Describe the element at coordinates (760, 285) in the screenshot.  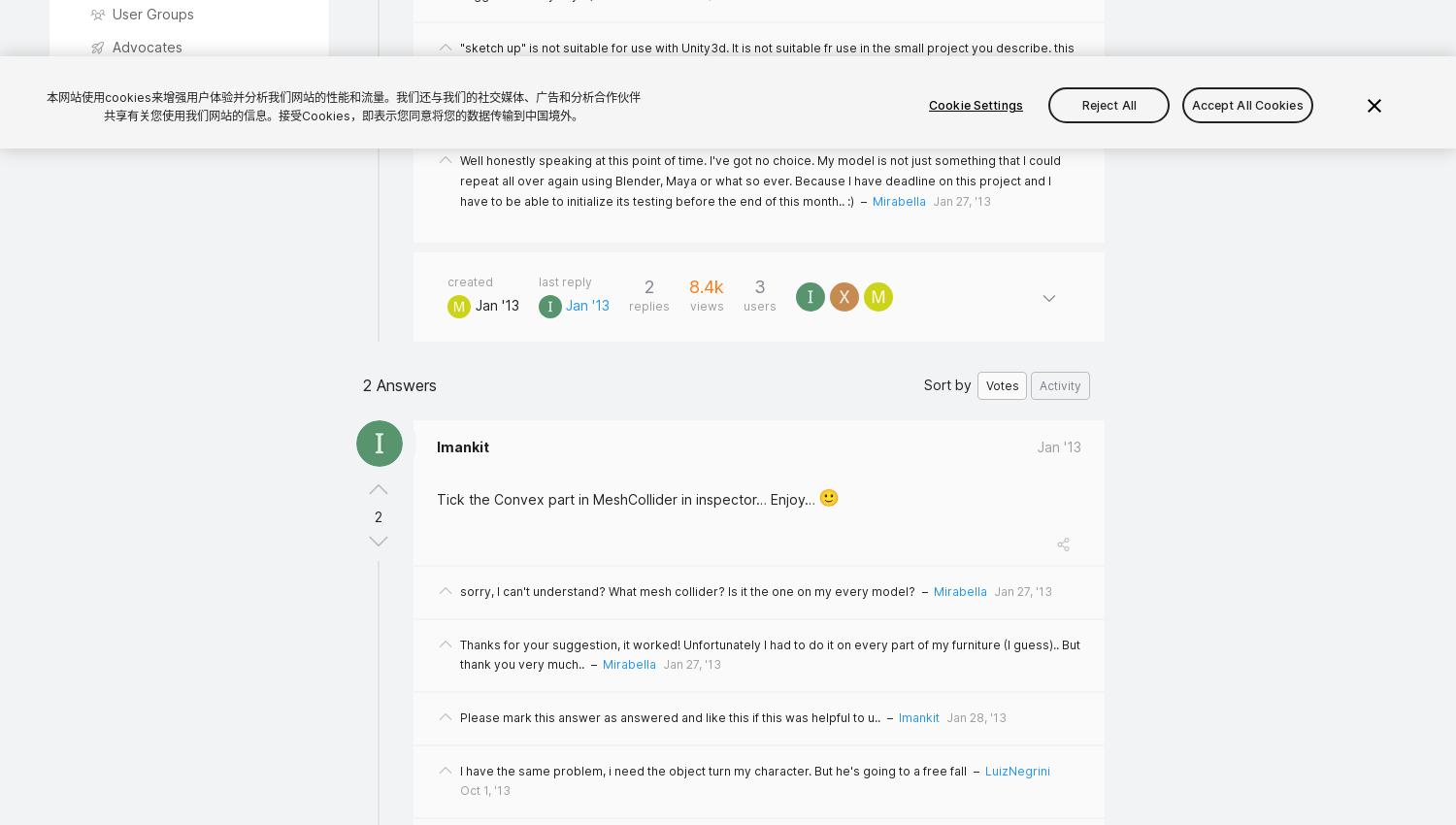
I see `'3'` at that location.